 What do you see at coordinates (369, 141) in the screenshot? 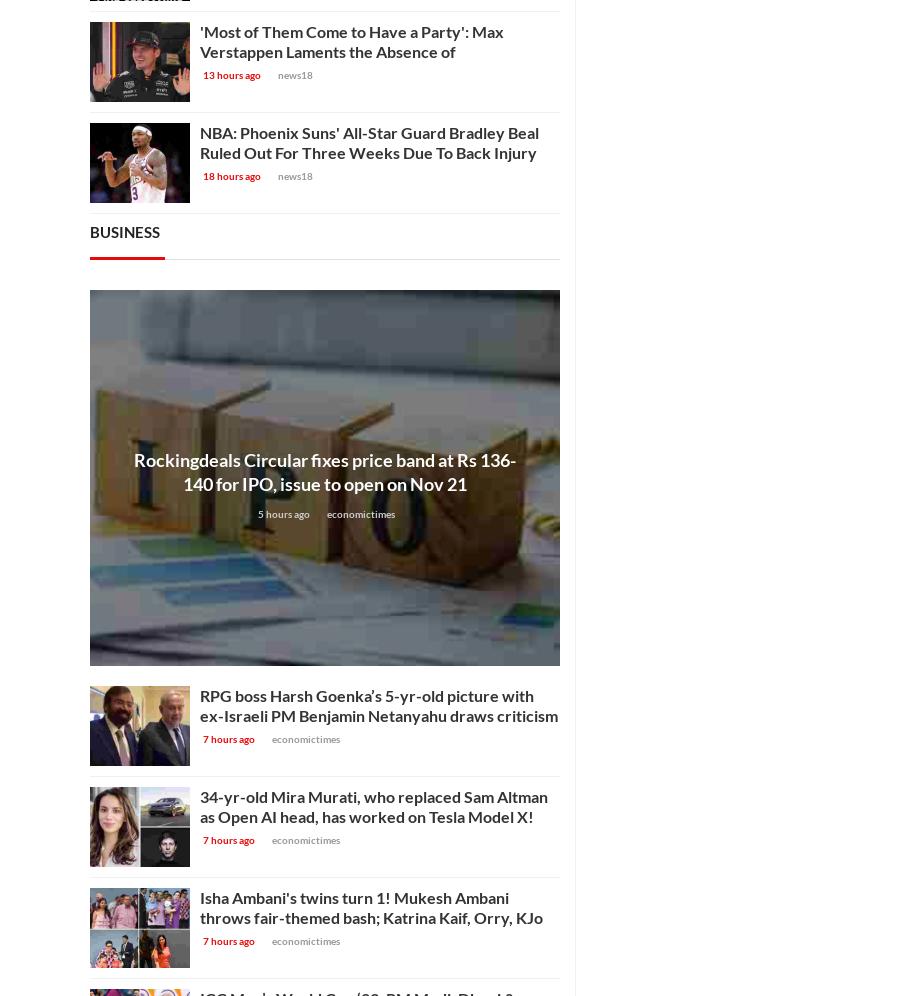
I see `'NBA: Phoenix Suns' All-Star Guard Bradley Beal Ruled Out For Three Weeks Due To Back Injury'` at bounding box center [369, 141].